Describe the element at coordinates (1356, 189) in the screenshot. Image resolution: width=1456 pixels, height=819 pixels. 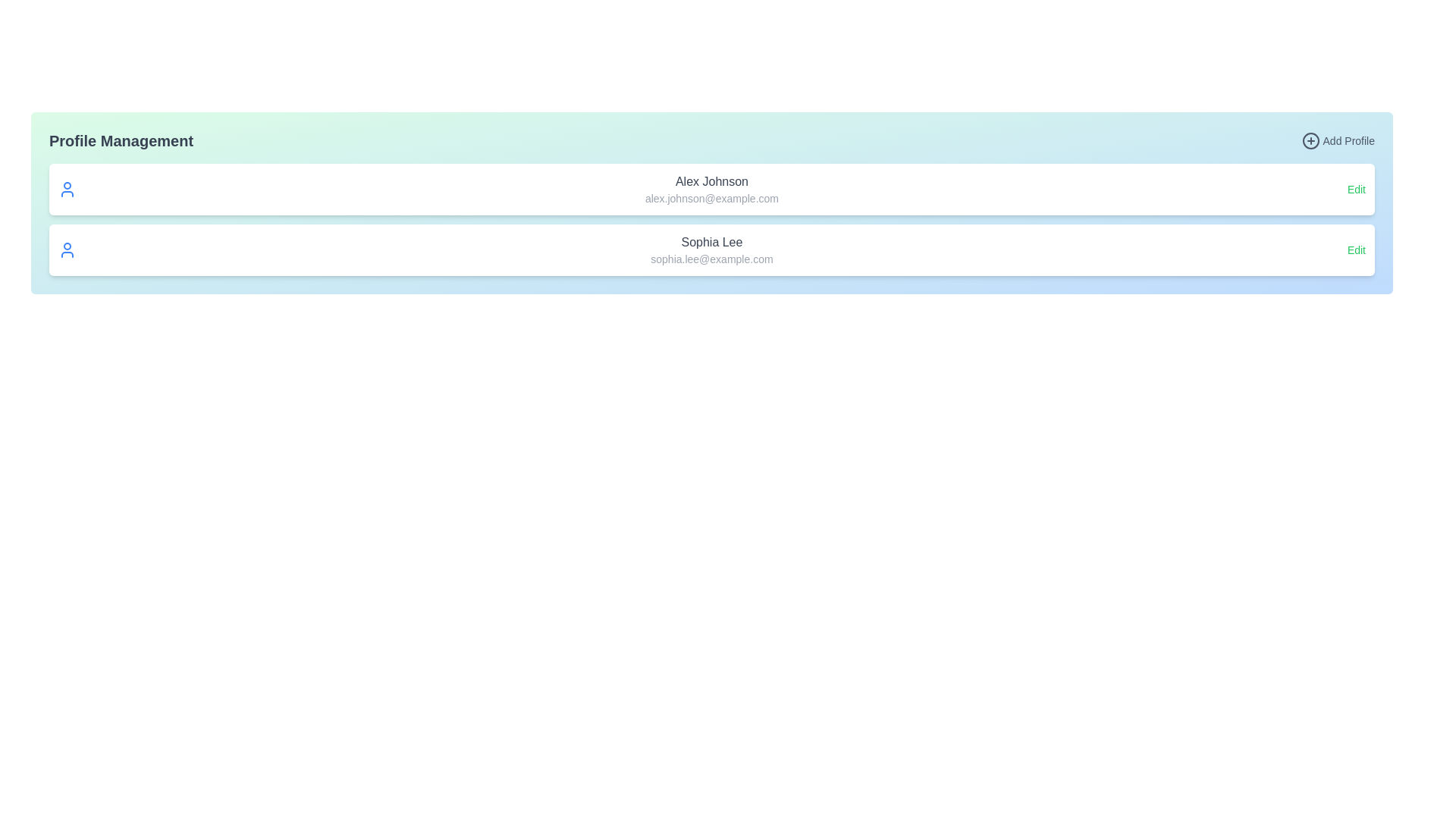
I see `the 'Edit' hyperlink link in green color for the user profile entry of 'Alex Johnson'` at that location.